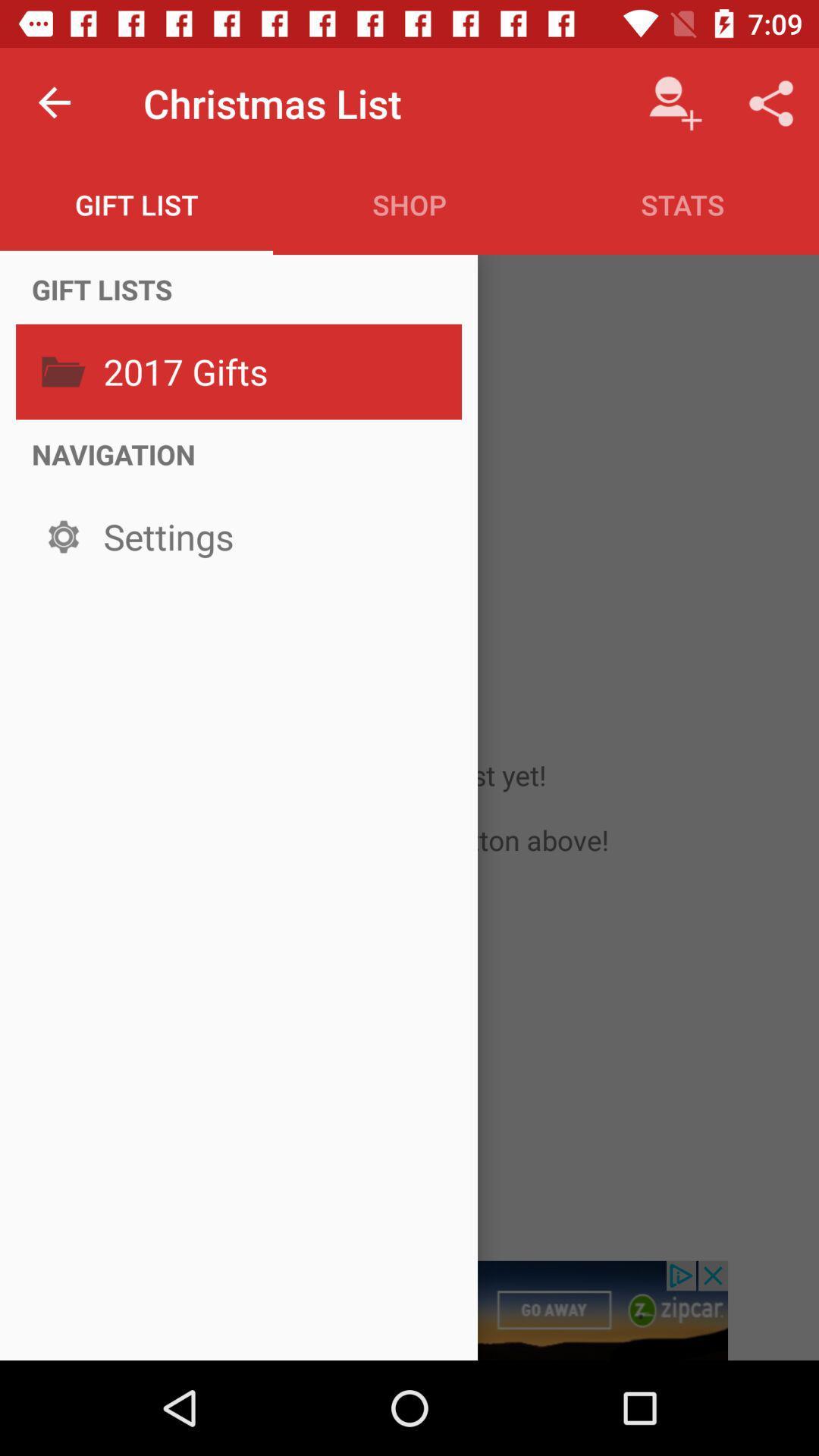 This screenshot has height=1456, width=819. Describe the element at coordinates (681, 204) in the screenshot. I see `the item to the right of the shop icon` at that location.